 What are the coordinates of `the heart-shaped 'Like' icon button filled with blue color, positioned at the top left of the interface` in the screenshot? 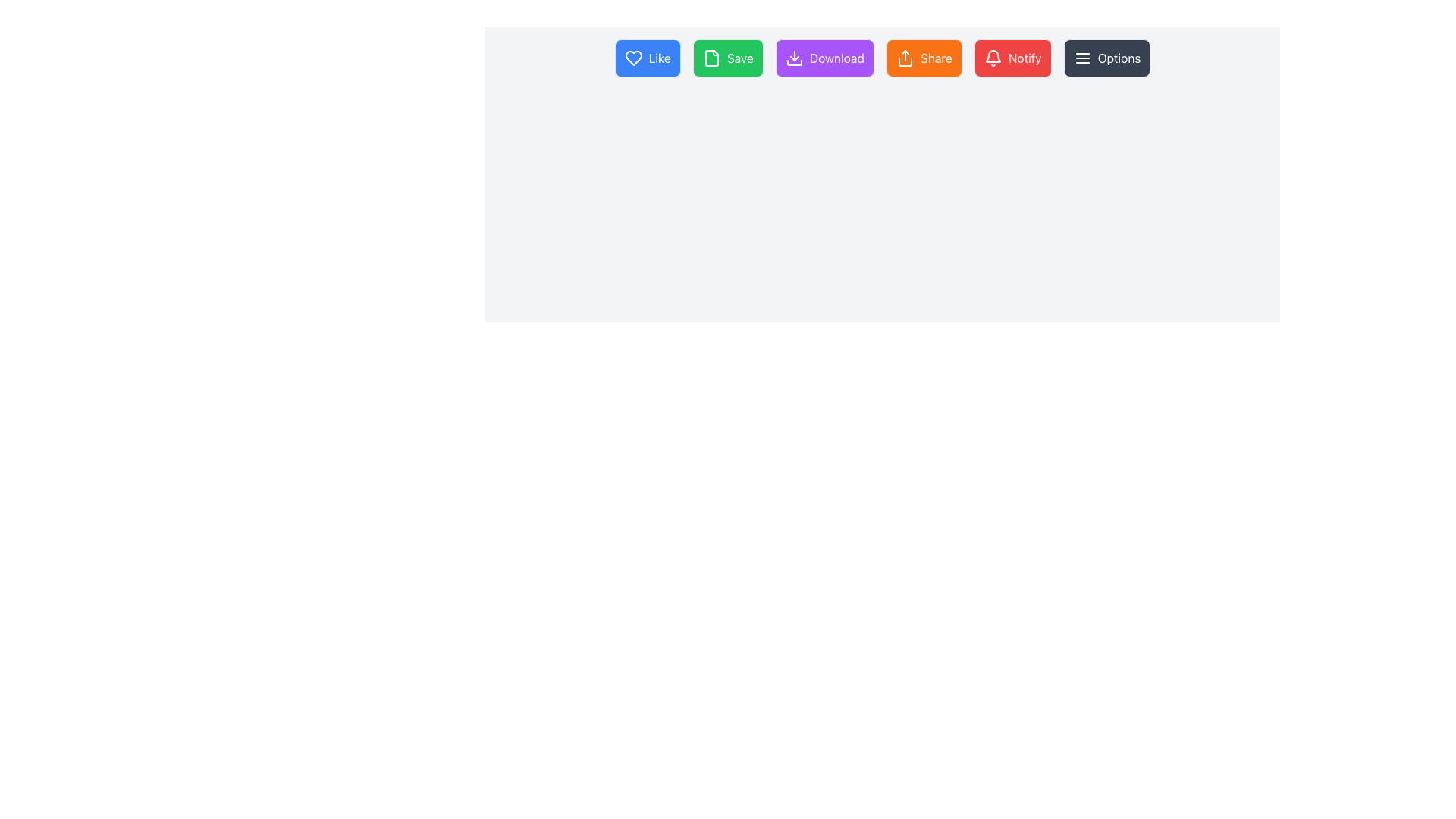 It's located at (633, 58).